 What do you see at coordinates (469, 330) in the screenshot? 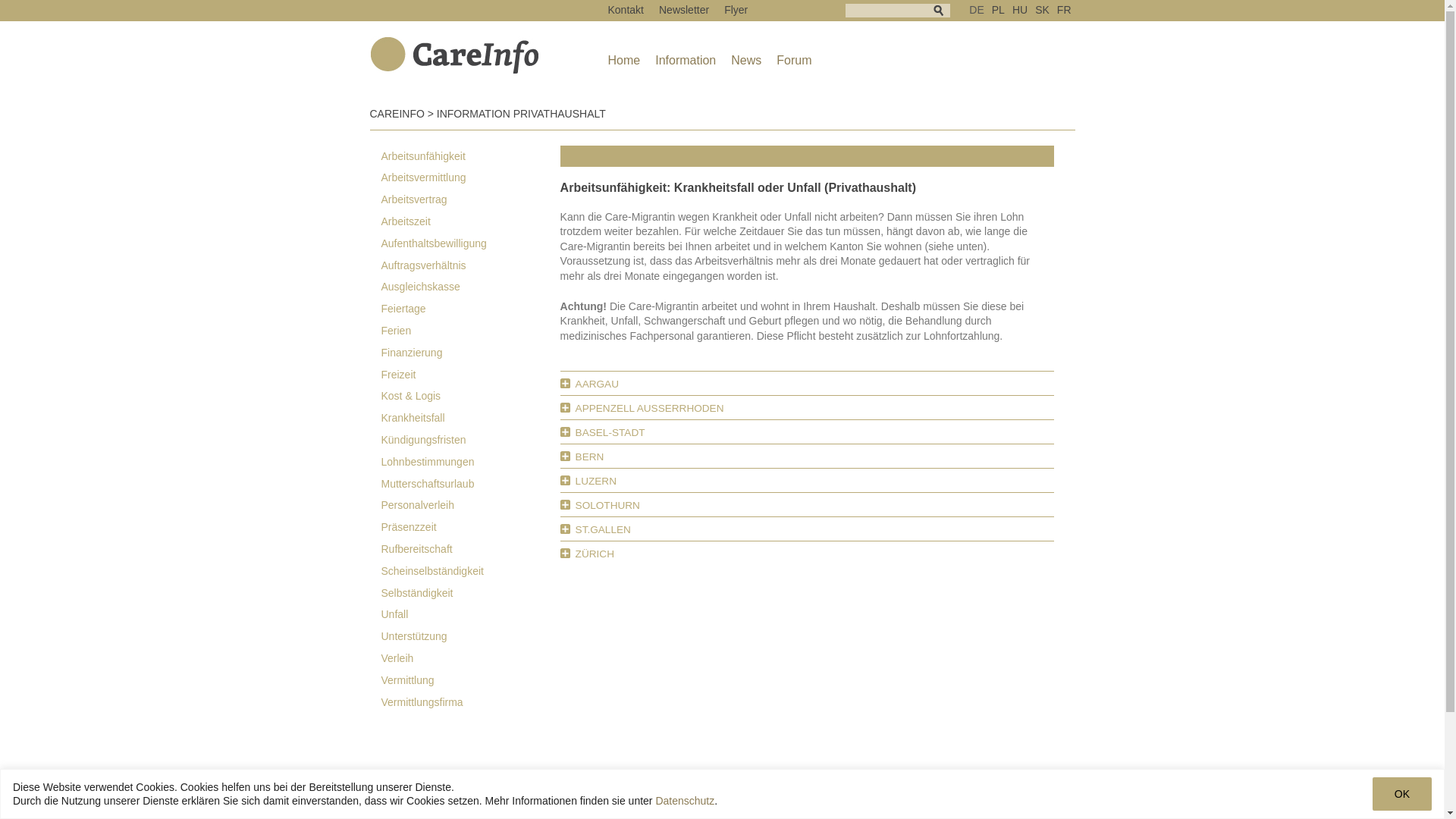
I see `'Ferien'` at bounding box center [469, 330].